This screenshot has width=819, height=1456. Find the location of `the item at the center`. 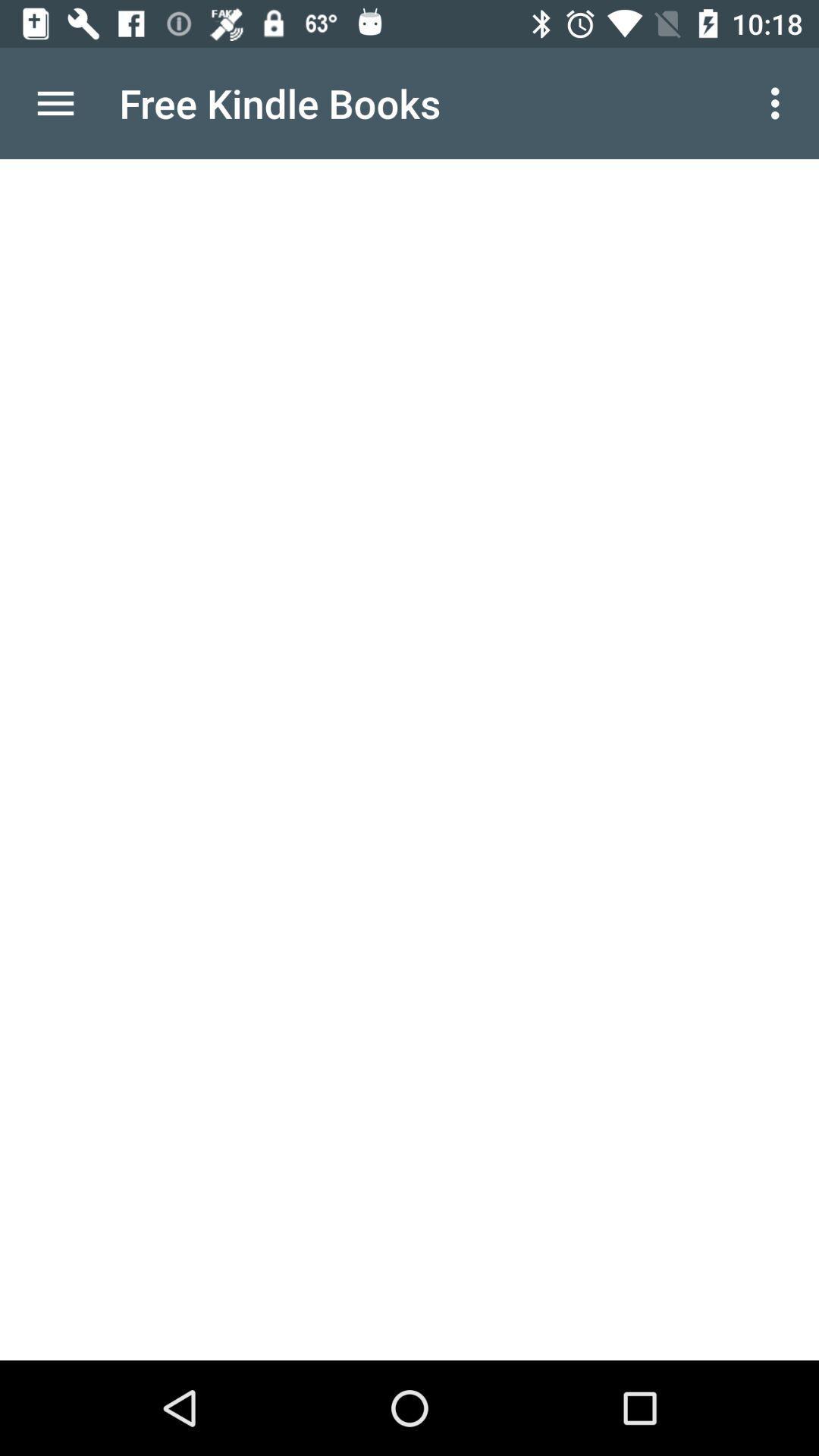

the item at the center is located at coordinates (409, 760).